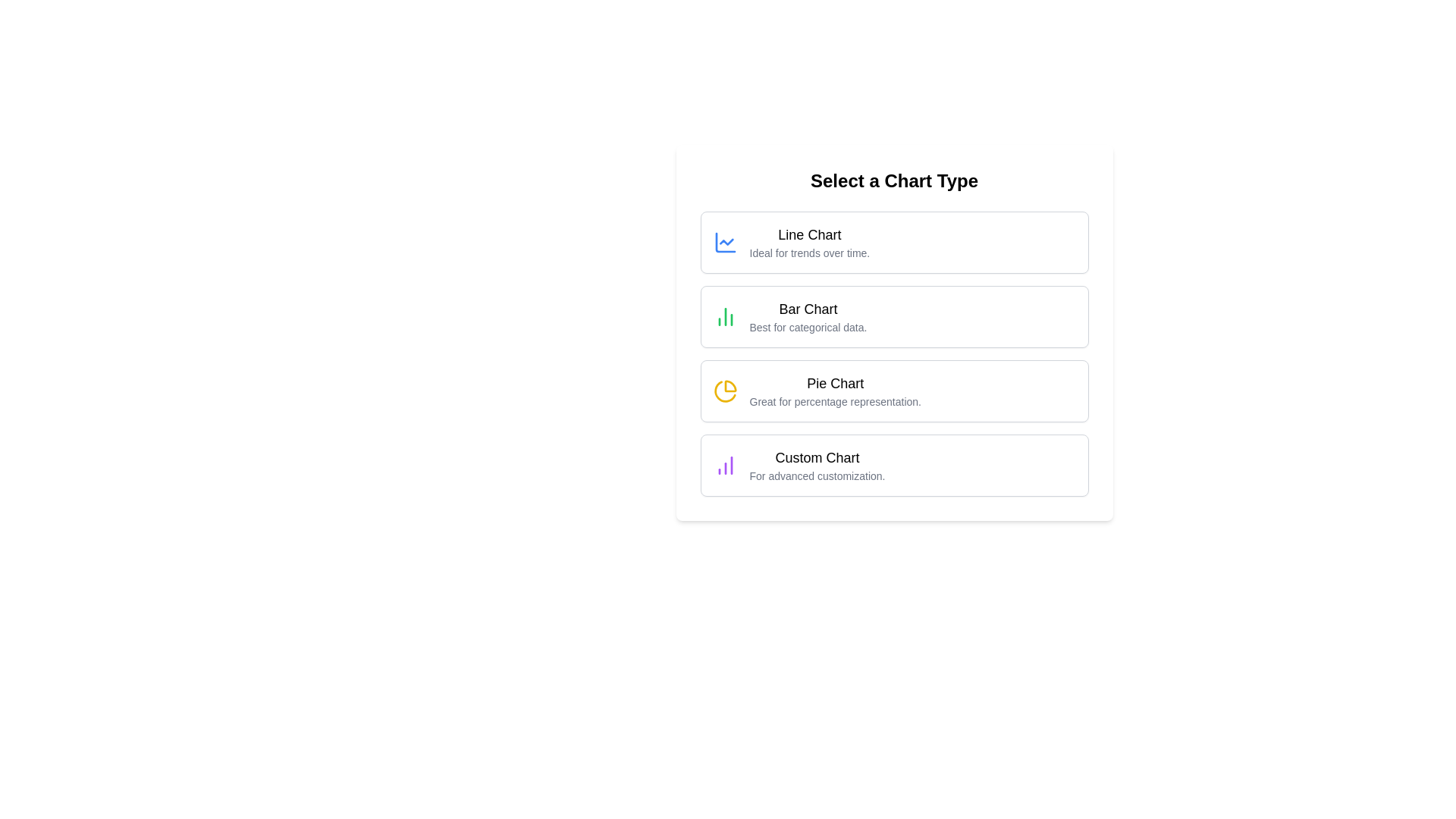 This screenshot has width=1456, height=819. Describe the element at coordinates (807, 327) in the screenshot. I see `the text label that says 'Best for categorical data.' located beneath the 'Bar Chart' heading in the card-like layout` at that location.